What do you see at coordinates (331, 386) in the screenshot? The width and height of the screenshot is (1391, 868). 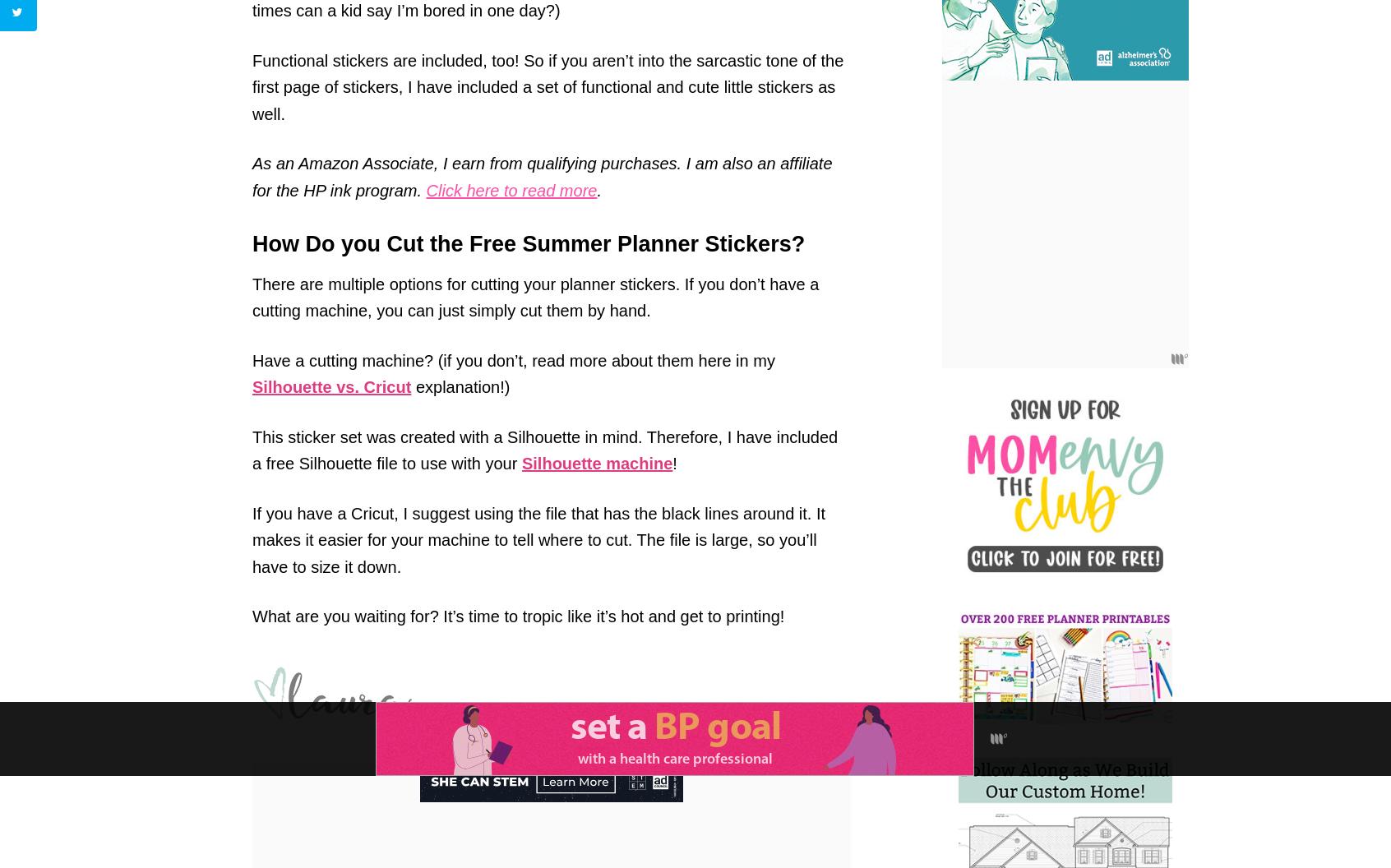 I see `'Silhouette vs. Cricut'` at bounding box center [331, 386].